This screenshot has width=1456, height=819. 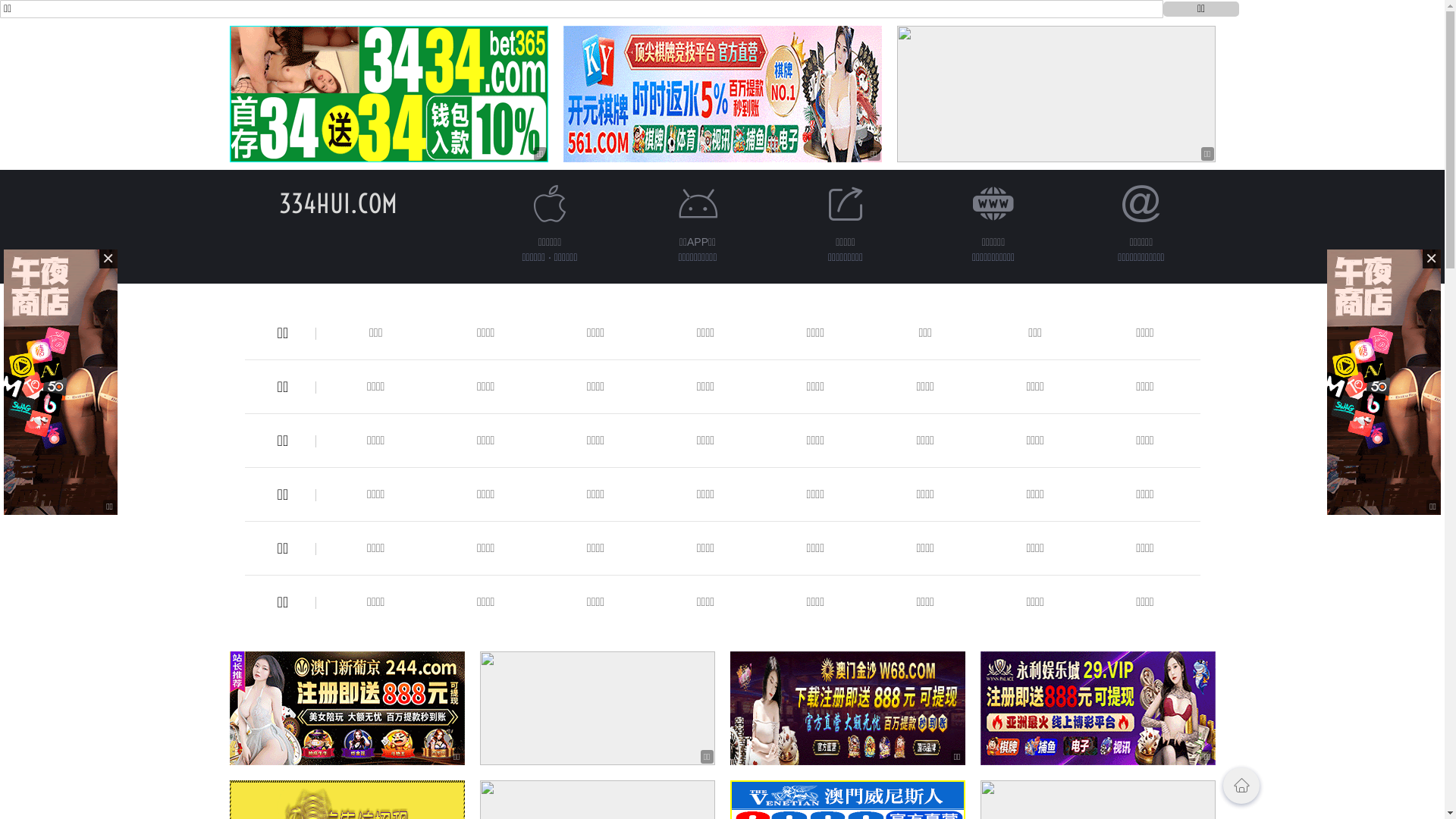 What do you see at coordinates (279, 202) in the screenshot?
I see `'334HUI.COM'` at bounding box center [279, 202].